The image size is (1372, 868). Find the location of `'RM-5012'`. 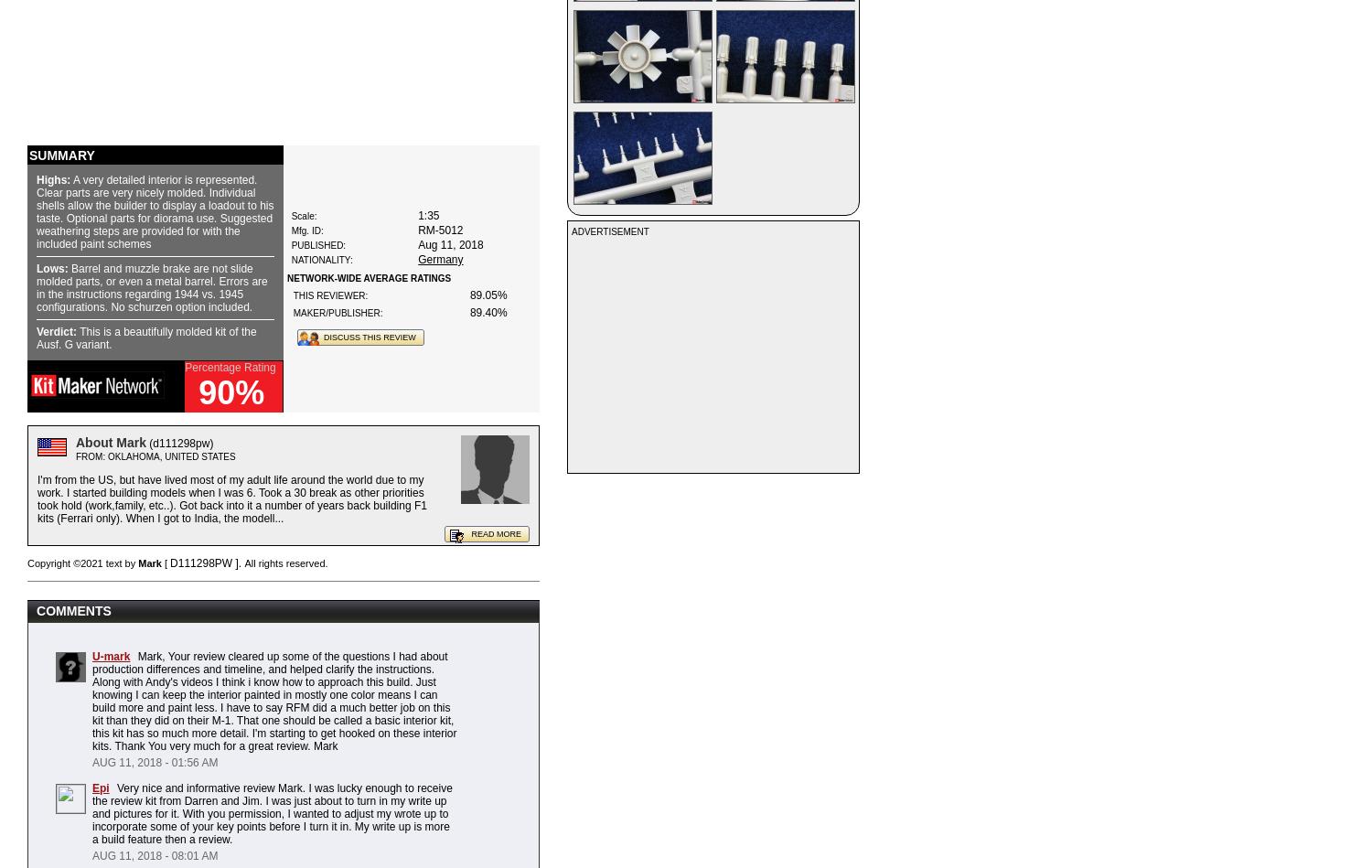

'RM-5012' is located at coordinates (439, 229).